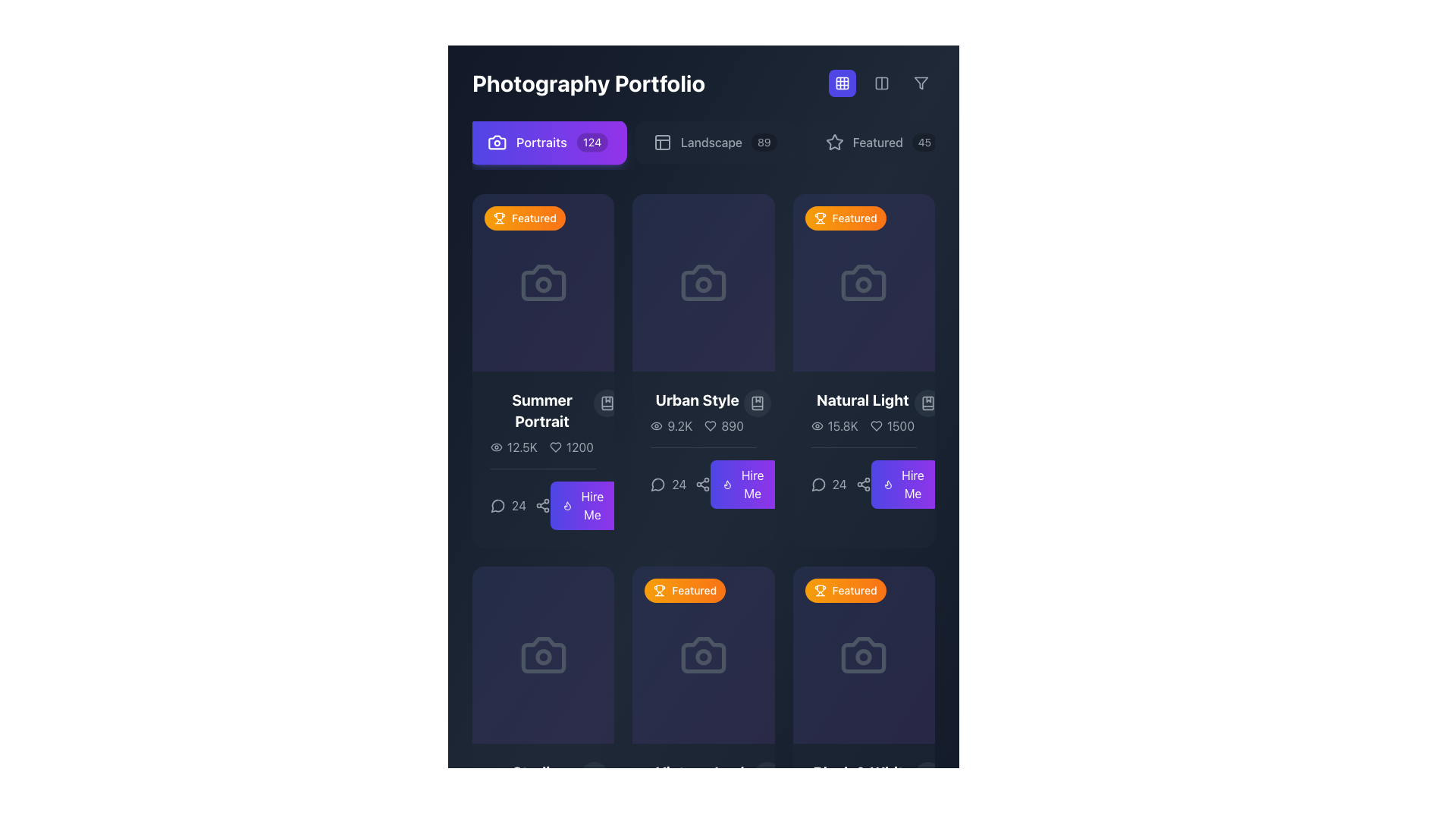 The width and height of the screenshot is (1456, 819). Describe the element at coordinates (522, 447) in the screenshot. I see `the text displaying '12.5K', which is positioned to the right of the eye icon, located below the thumbnail for 'Summer Portrait'` at that location.